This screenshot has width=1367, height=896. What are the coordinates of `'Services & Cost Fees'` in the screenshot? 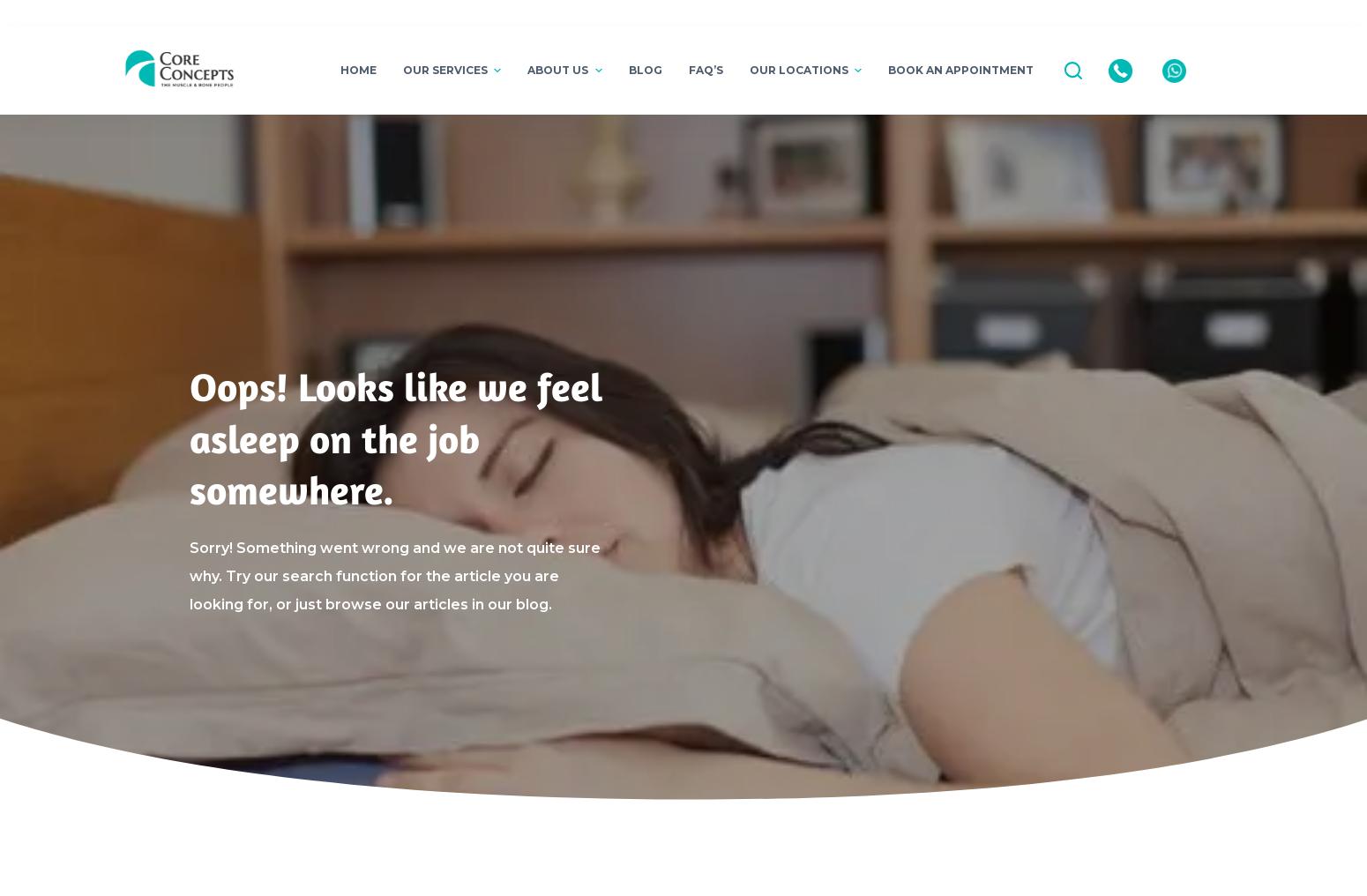 It's located at (456, 394).